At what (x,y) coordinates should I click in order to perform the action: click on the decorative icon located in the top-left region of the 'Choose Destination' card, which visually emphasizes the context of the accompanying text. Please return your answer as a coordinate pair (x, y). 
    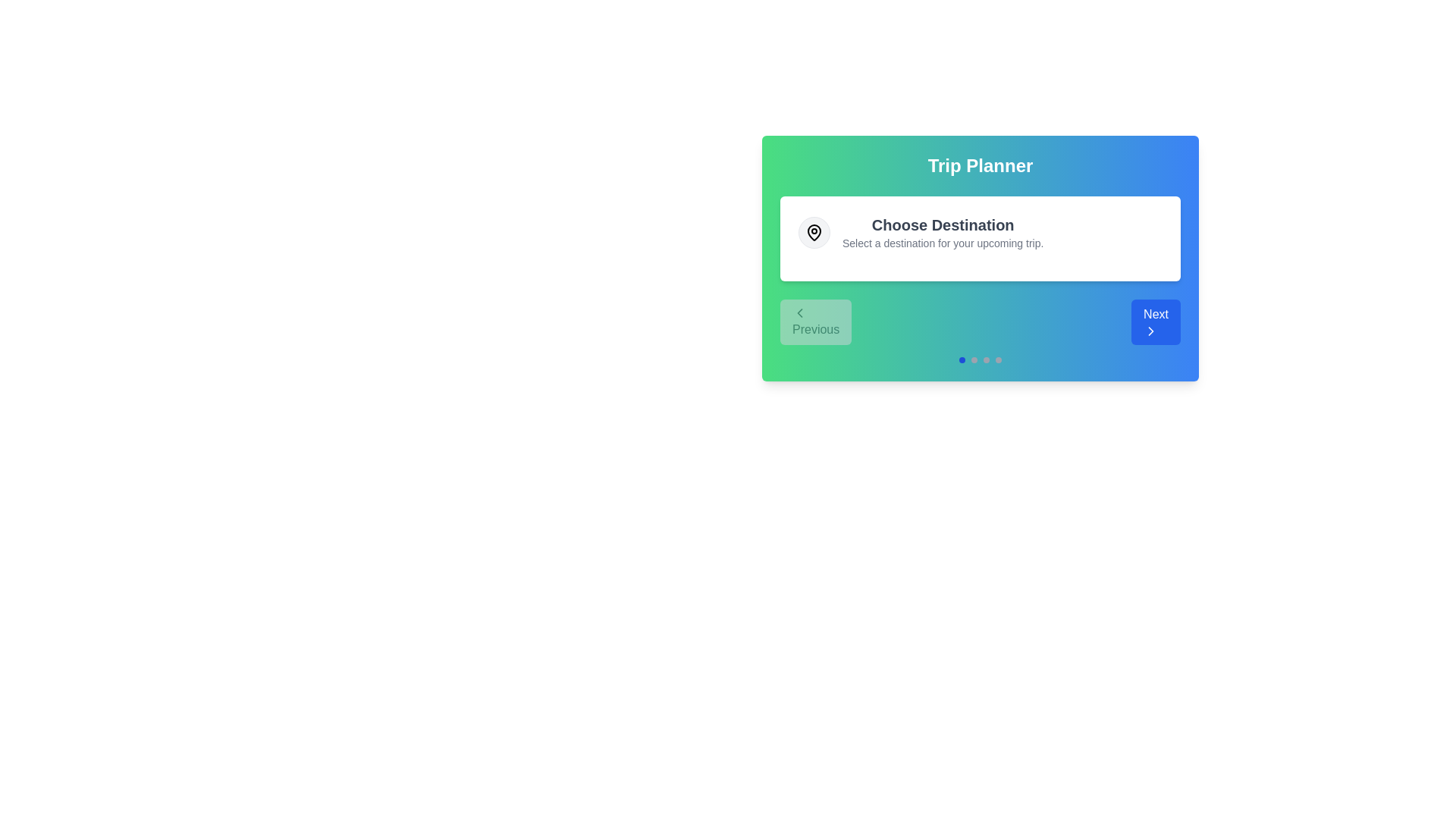
    Looking at the image, I should click on (814, 233).